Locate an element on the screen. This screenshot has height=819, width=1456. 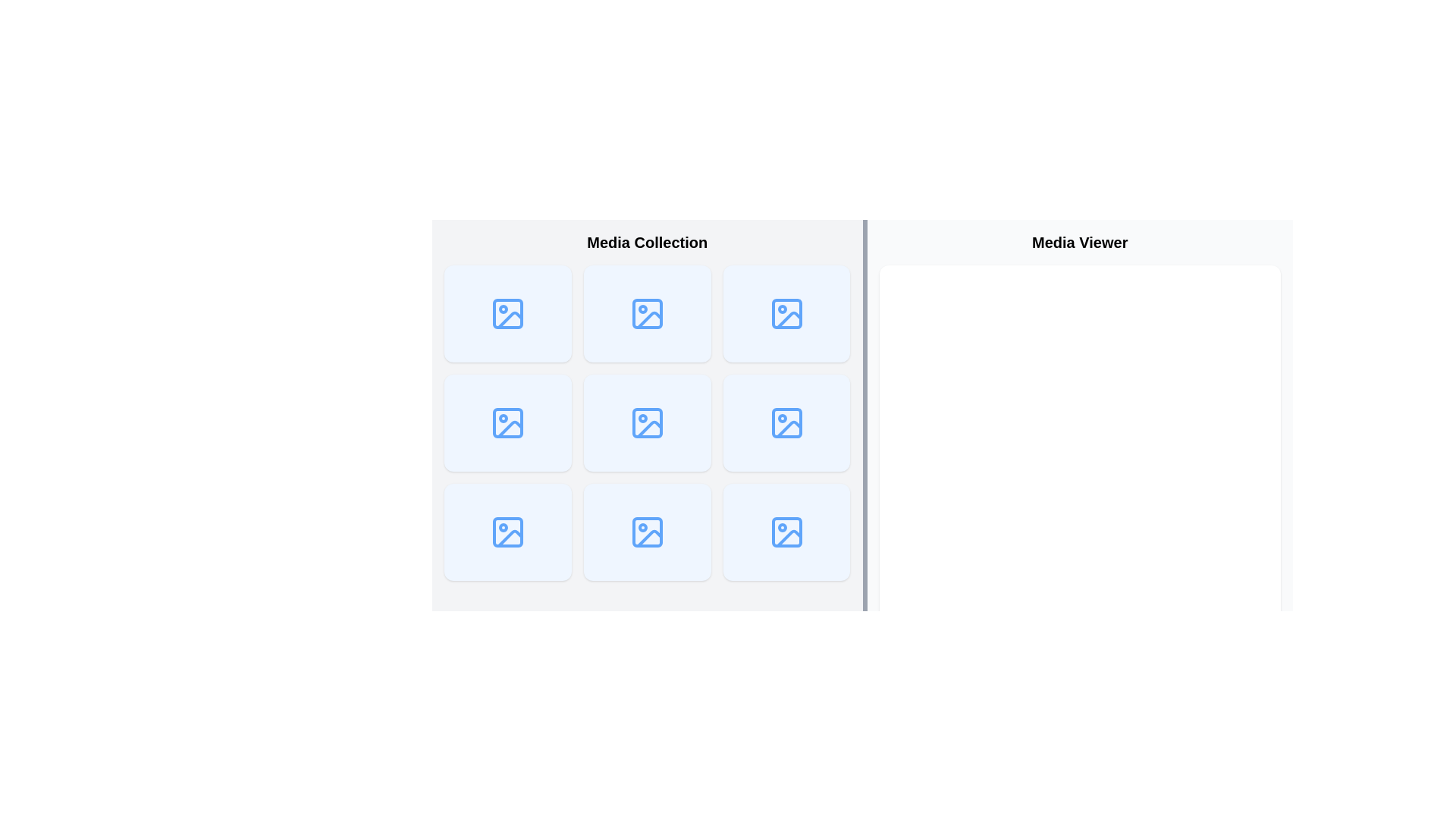
the interactive media tile with a light blue background and rounded corners located in the second column of the first row under 'Media Collection' is located at coordinates (647, 312).